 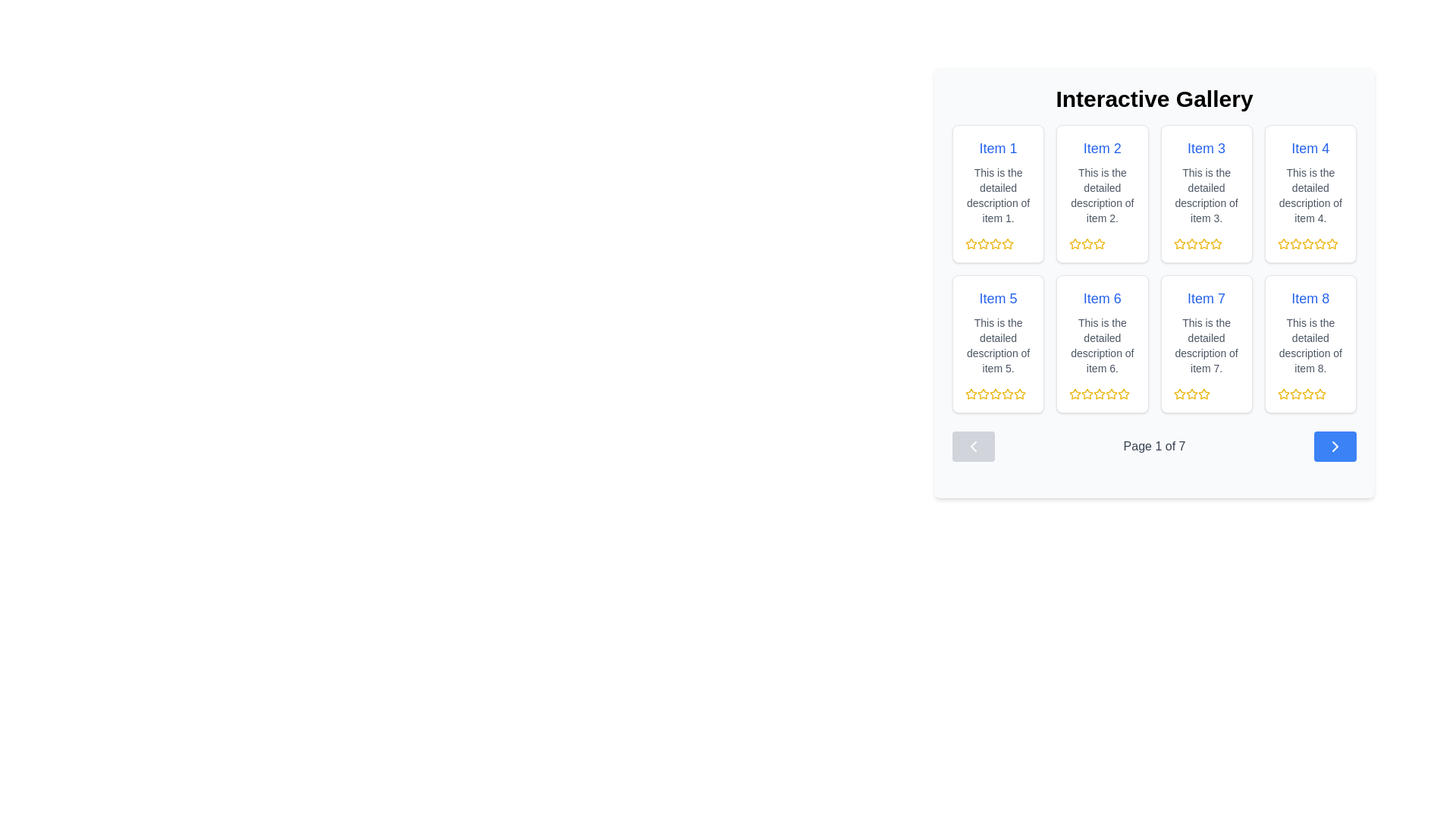 I want to click on the third star rating icon for 'Item 3', so click(x=1203, y=243).